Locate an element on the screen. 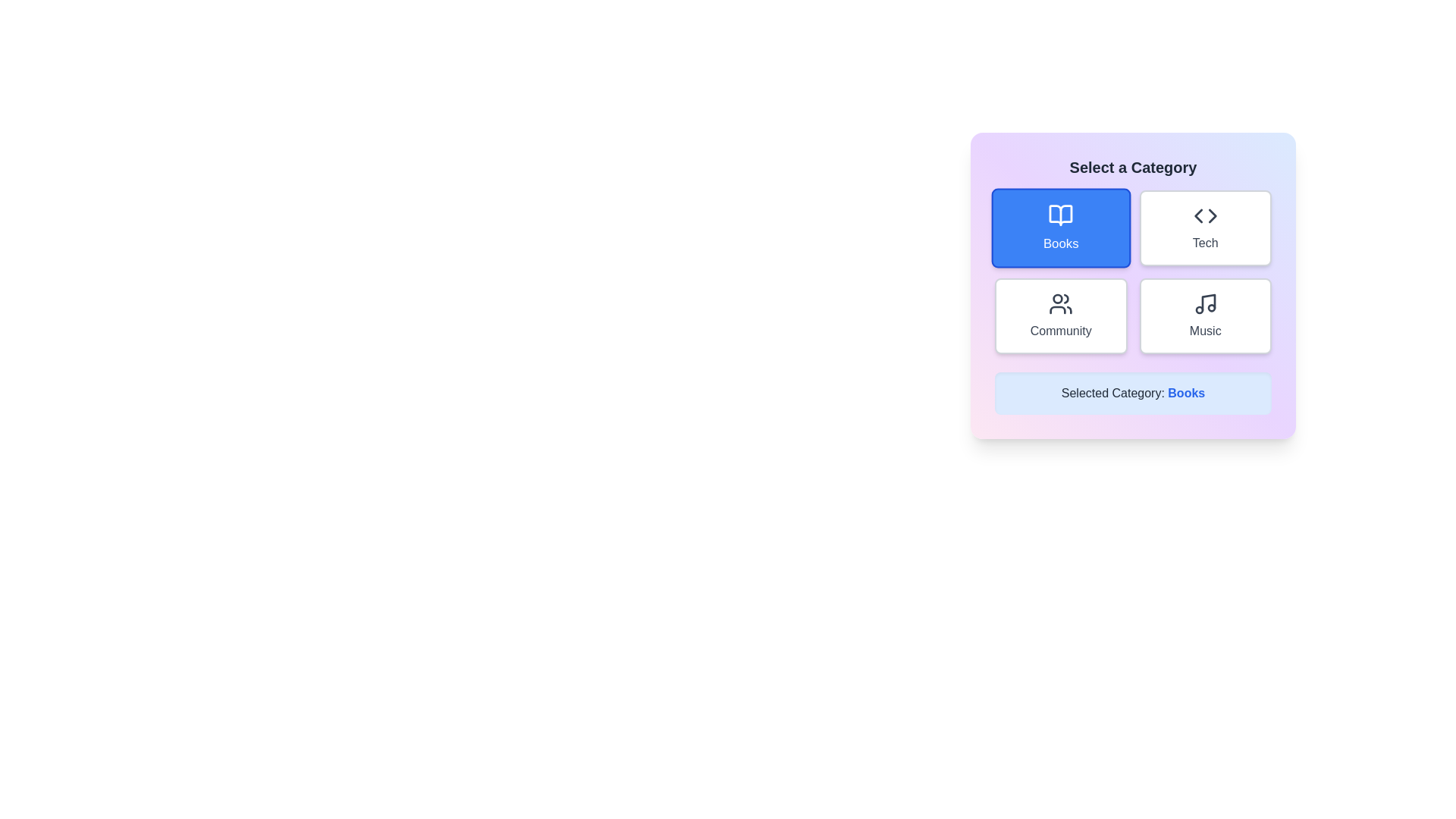 This screenshot has width=1456, height=819. the 'Tech' category button to select it is located at coordinates (1204, 227).